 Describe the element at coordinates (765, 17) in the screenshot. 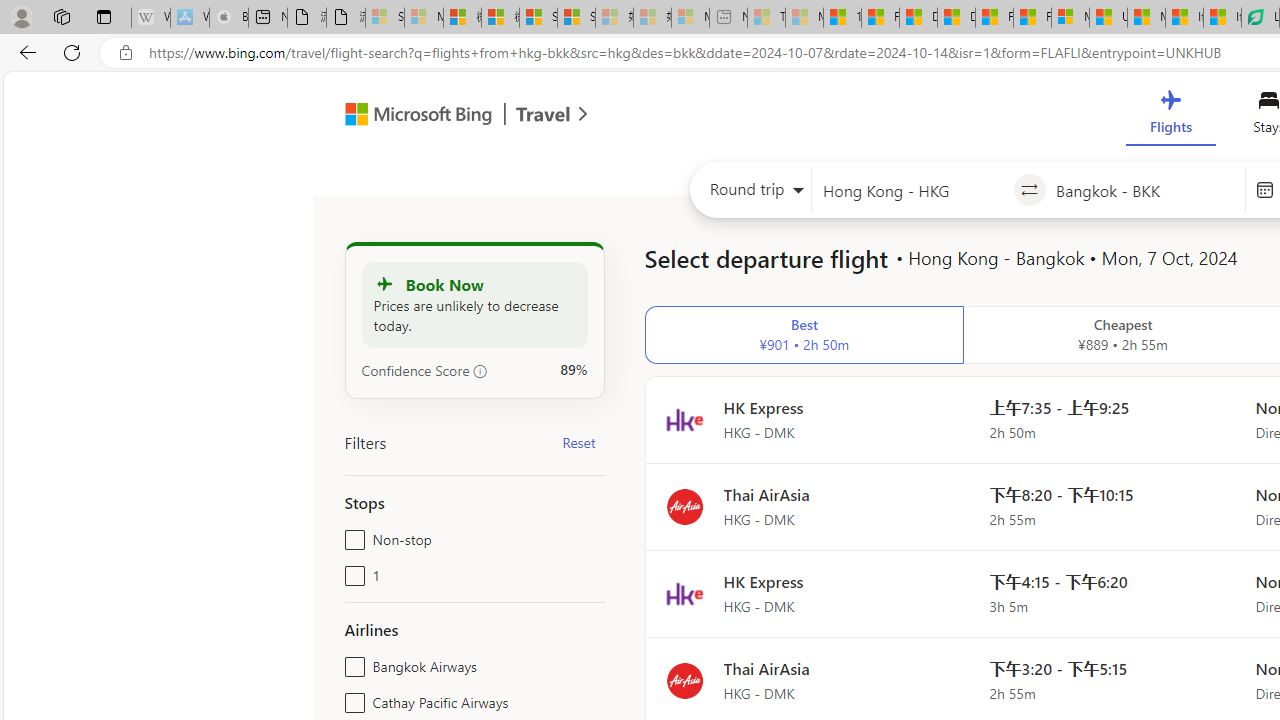

I see `'Top Stories - MSN - Sleeping'` at that location.